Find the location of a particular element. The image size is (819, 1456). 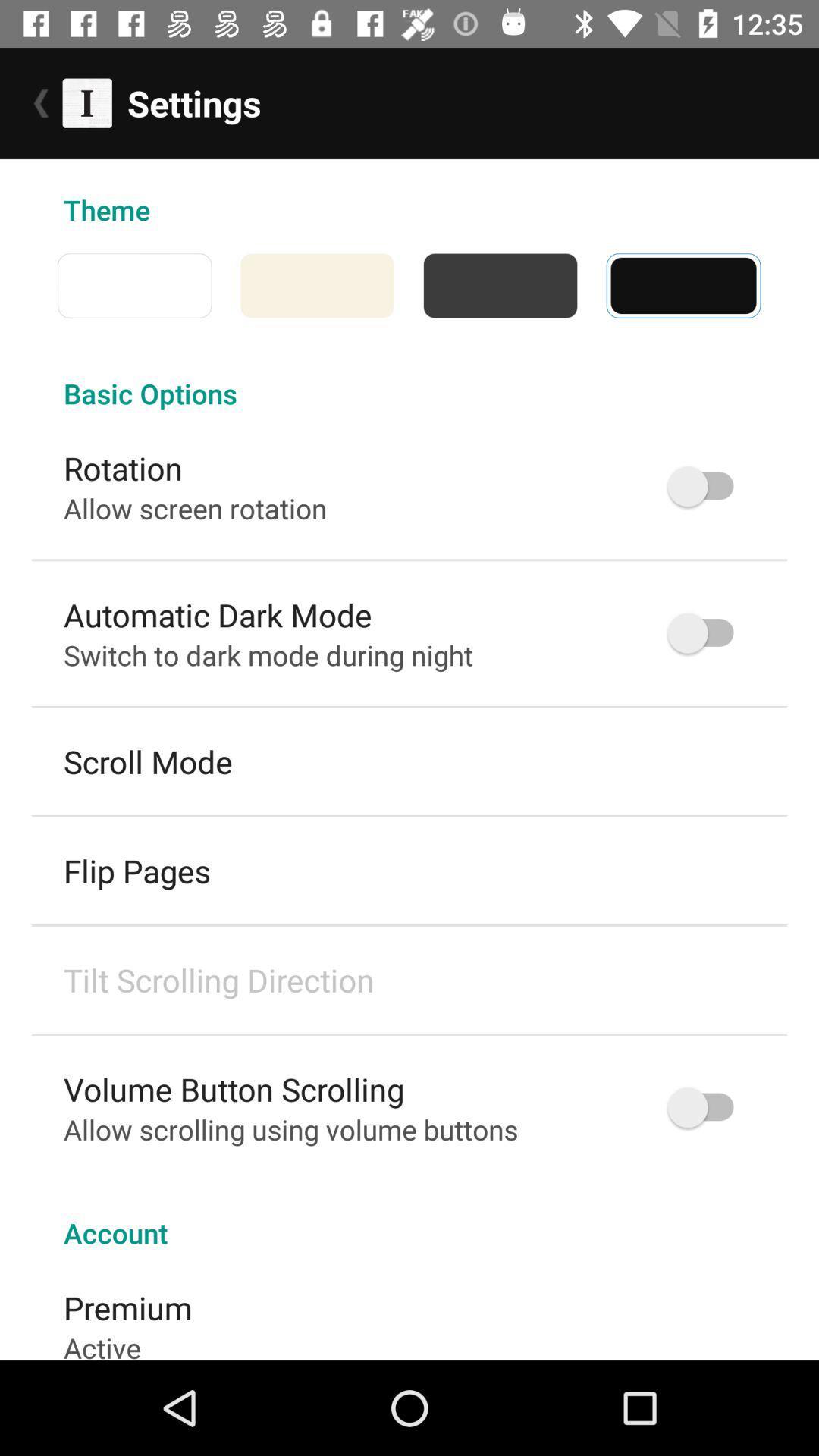

the scroll mode icon is located at coordinates (148, 761).